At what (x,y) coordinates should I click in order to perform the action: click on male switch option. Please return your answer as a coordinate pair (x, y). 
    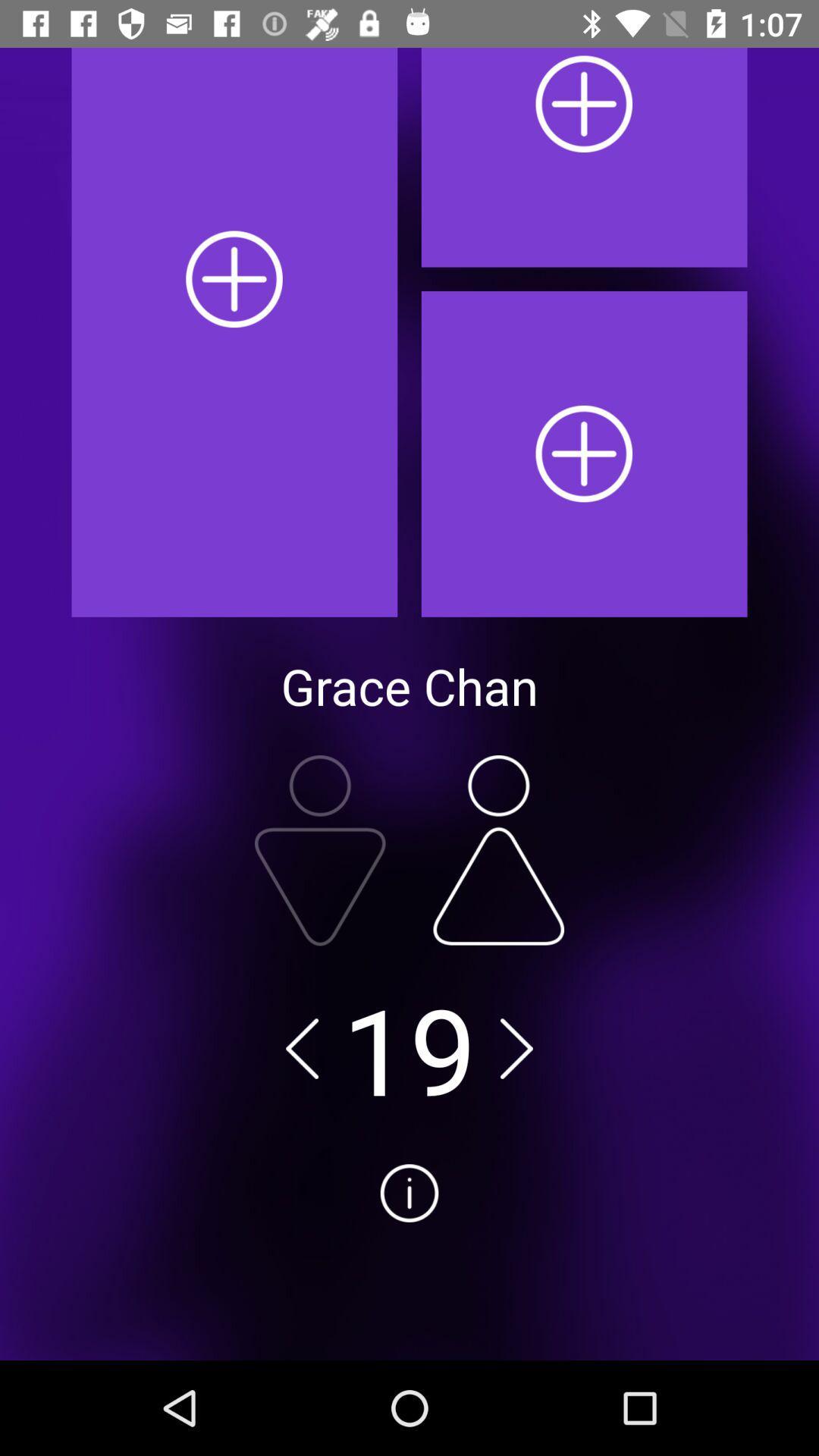
    Looking at the image, I should click on (319, 850).